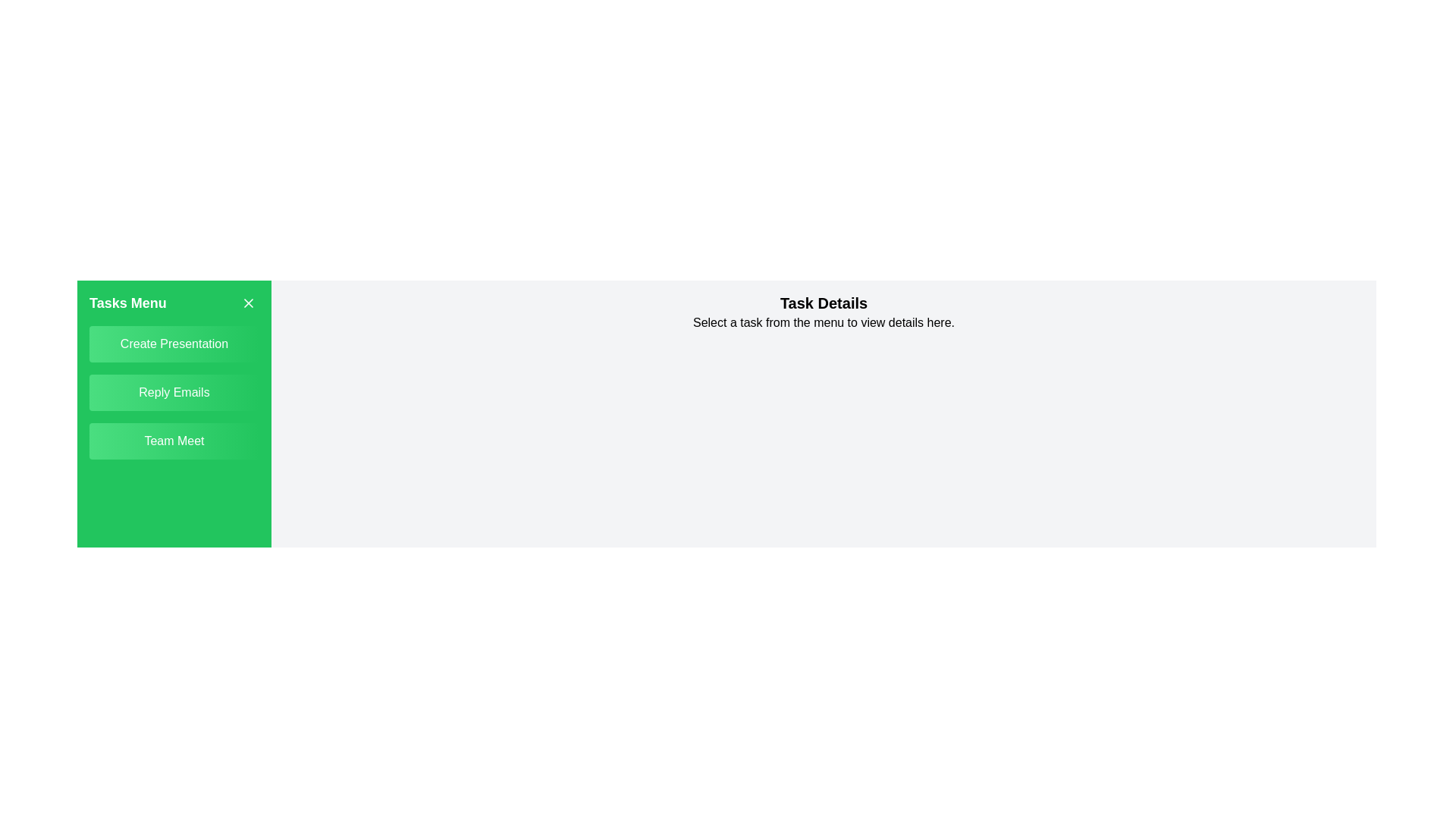  I want to click on the task titled Create Presentation in the task list, so click(174, 344).